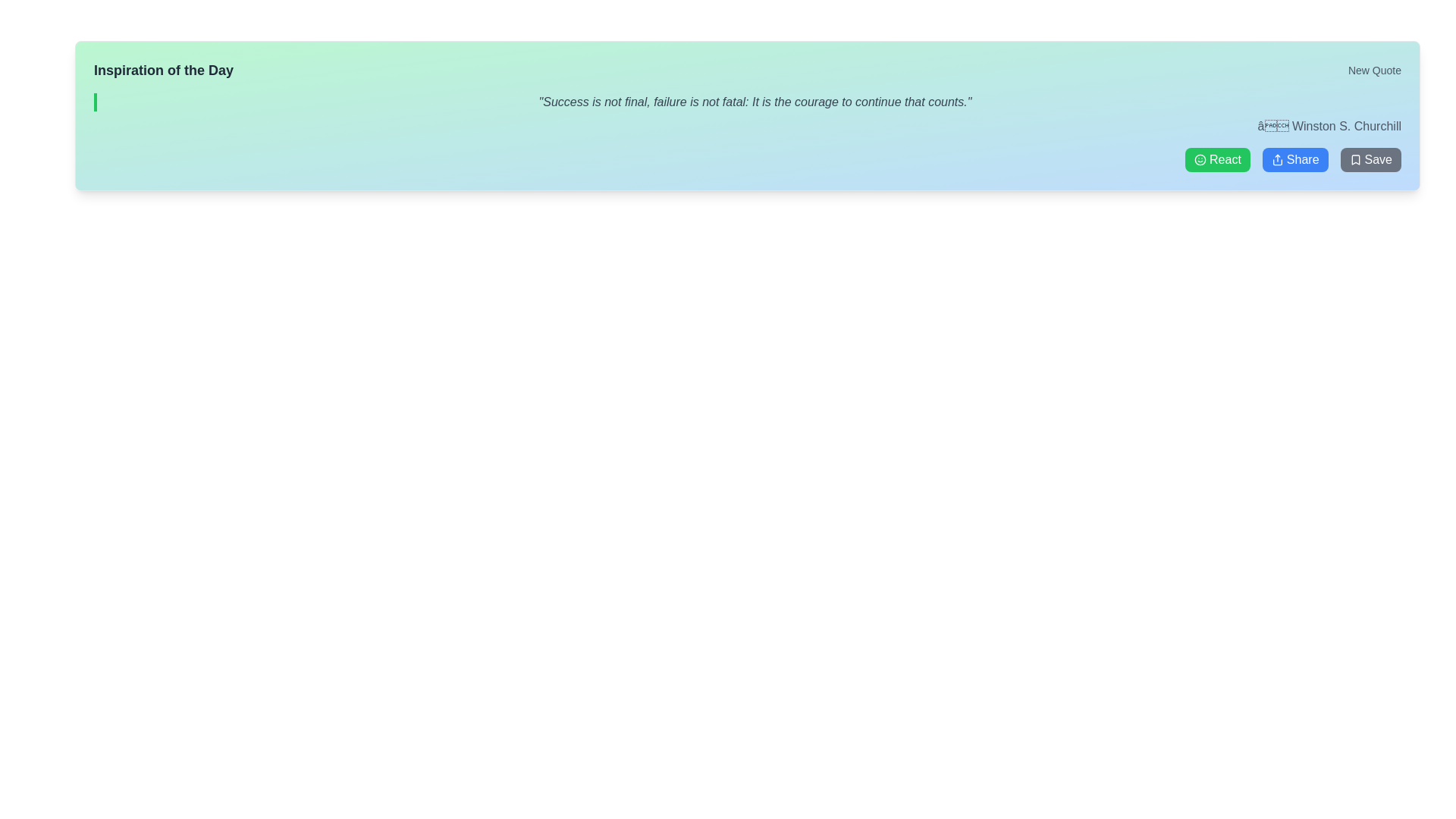 This screenshot has width=1456, height=819. Describe the element at coordinates (1225, 160) in the screenshot. I see `the text label 'React' inside the rounded rectangular button with a smiling face icon, which is styled with white text on a green background` at that location.